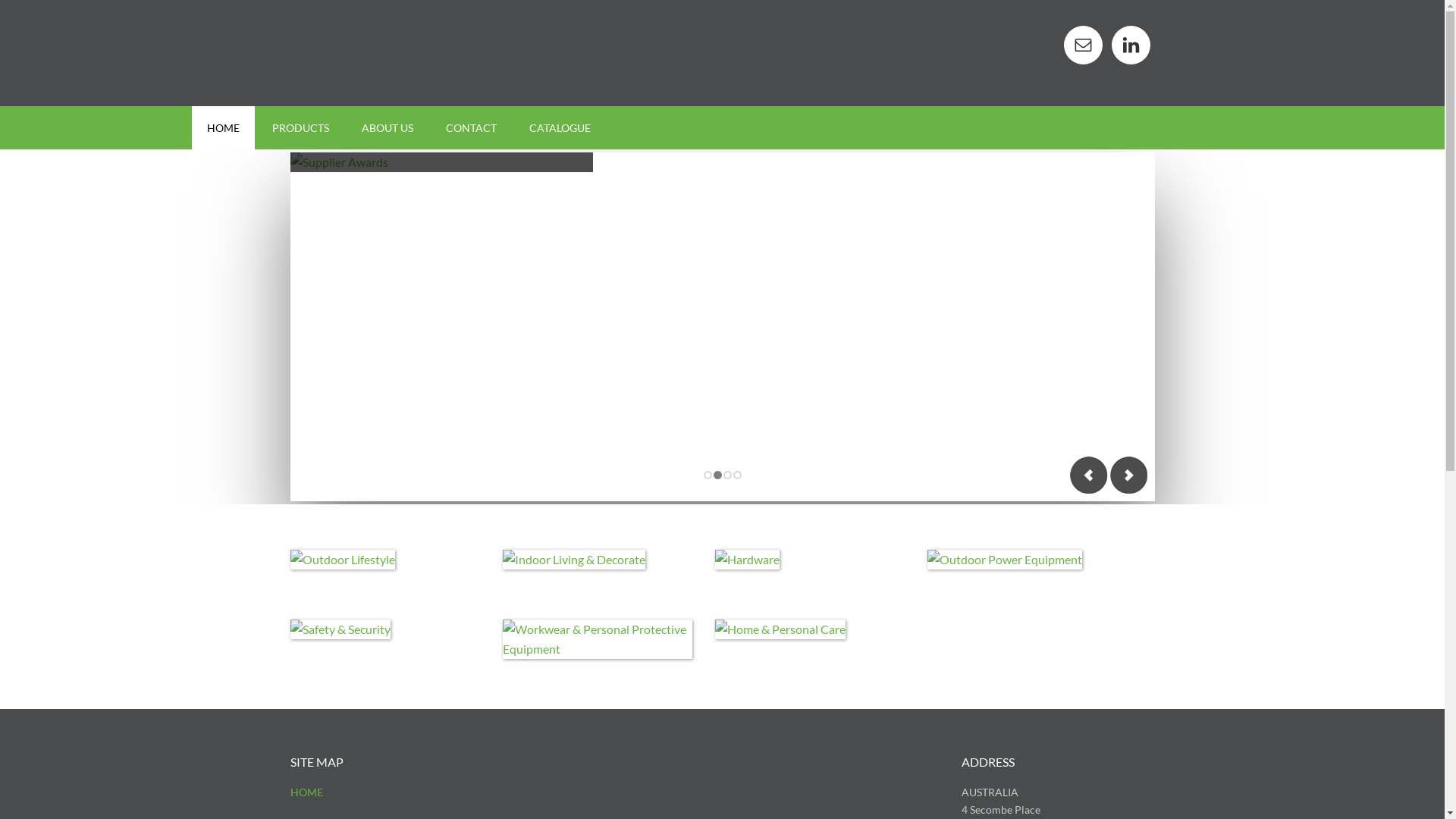 Image resolution: width=1456 pixels, height=819 pixels. Describe the element at coordinates (221, 127) in the screenshot. I see `'HOME'` at that location.